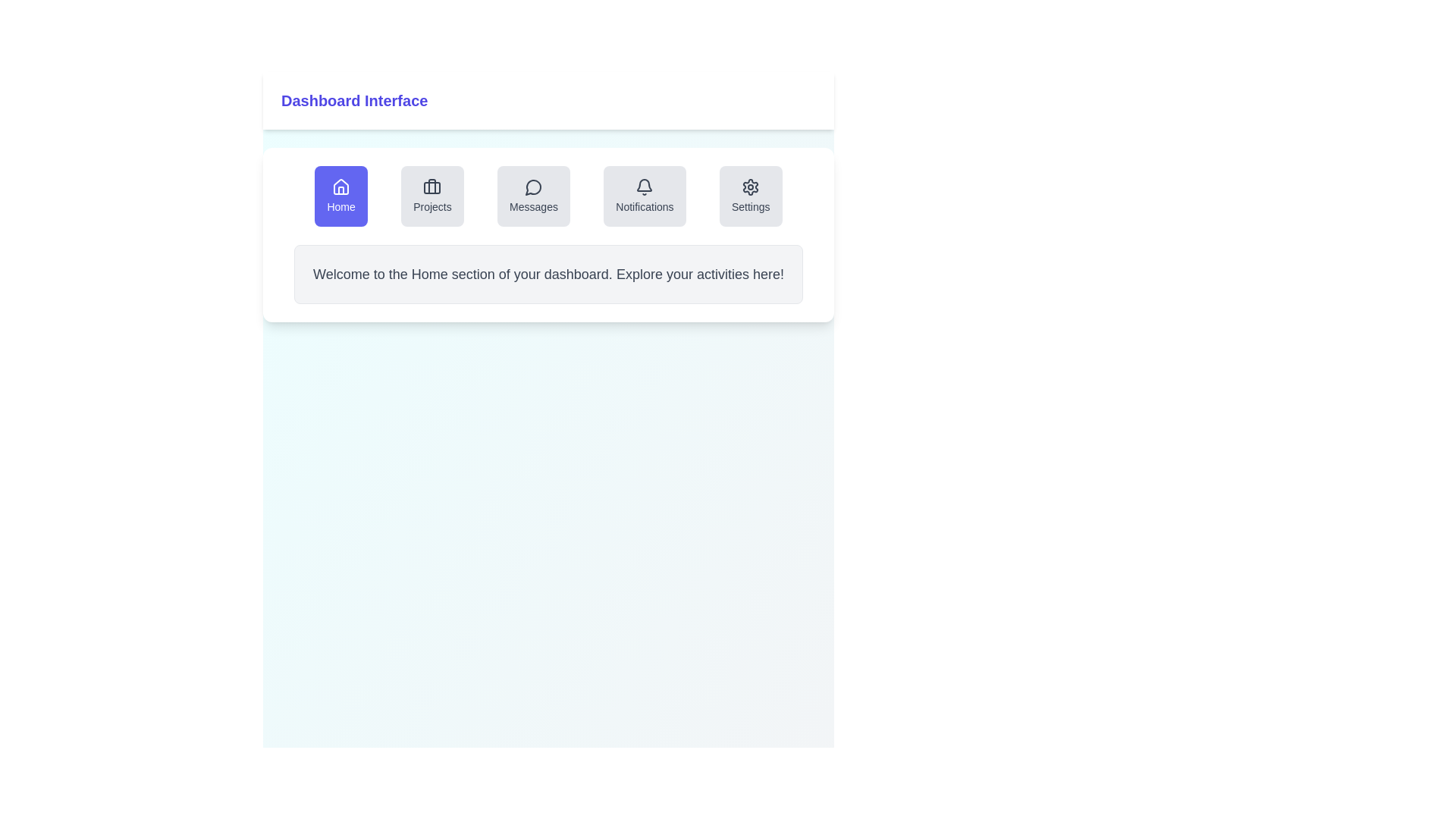  What do you see at coordinates (533, 187) in the screenshot?
I see `the 'Messages' icon in the navigation bar` at bounding box center [533, 187].